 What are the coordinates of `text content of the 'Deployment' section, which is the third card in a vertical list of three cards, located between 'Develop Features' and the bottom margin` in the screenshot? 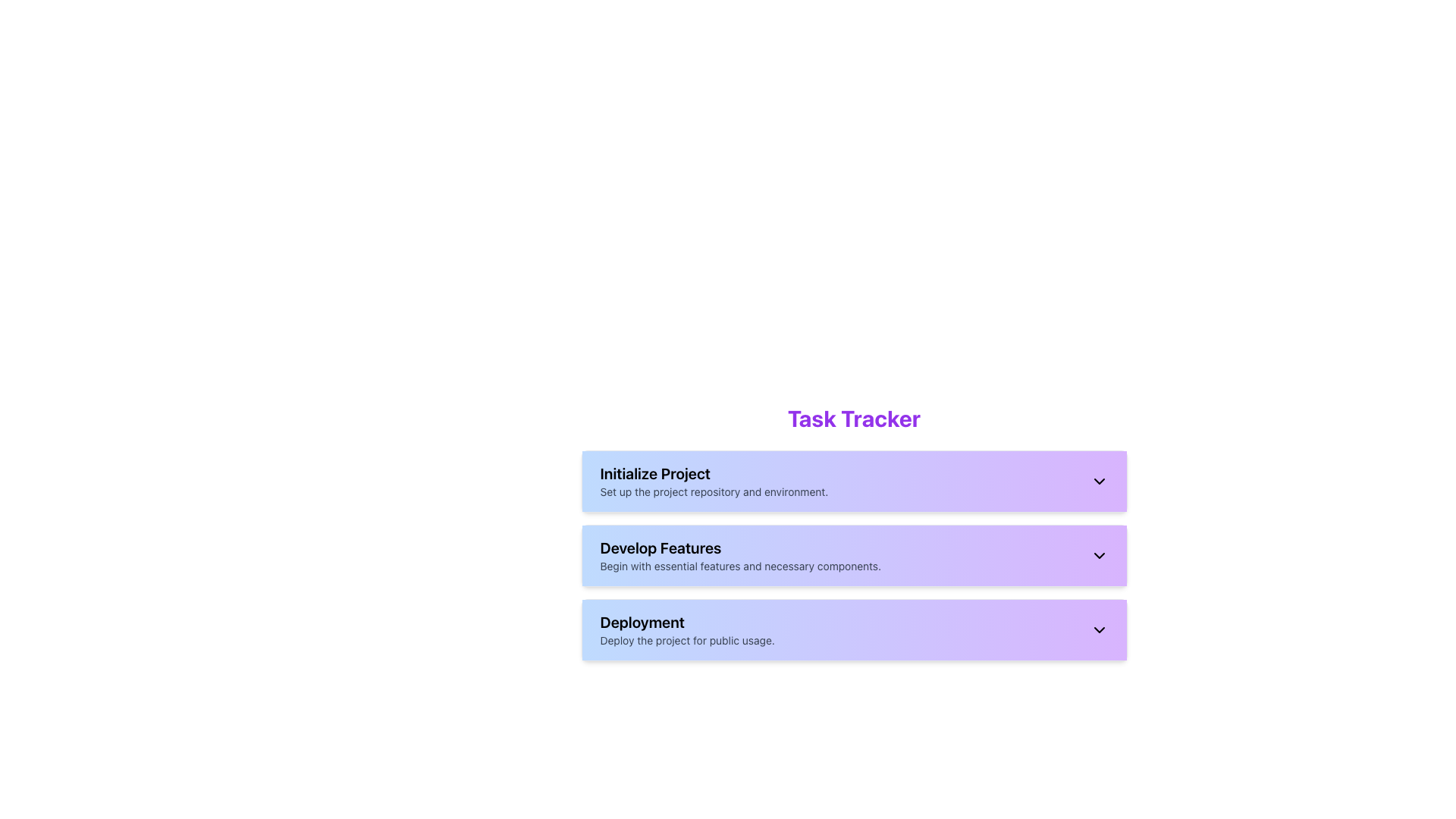 It's located at (686, 629).